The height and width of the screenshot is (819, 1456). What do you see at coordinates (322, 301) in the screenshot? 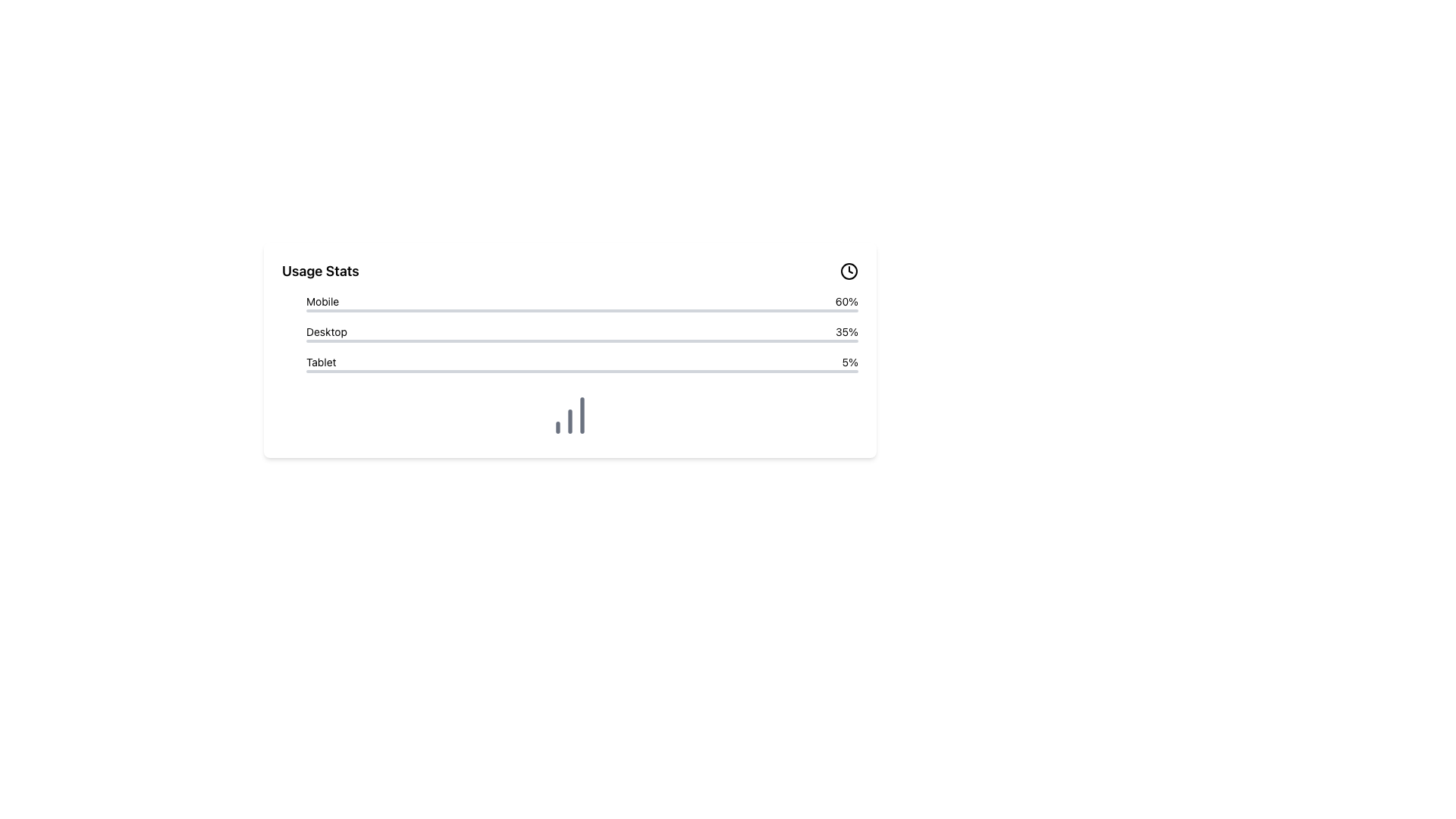
I see `the 'Mobile' label in the usage statistics table, which is displayed in bold, black sans-serif font and located in the leftmost position of the topmost row under 'Usage Stats'` at bounding box center [322, 301].